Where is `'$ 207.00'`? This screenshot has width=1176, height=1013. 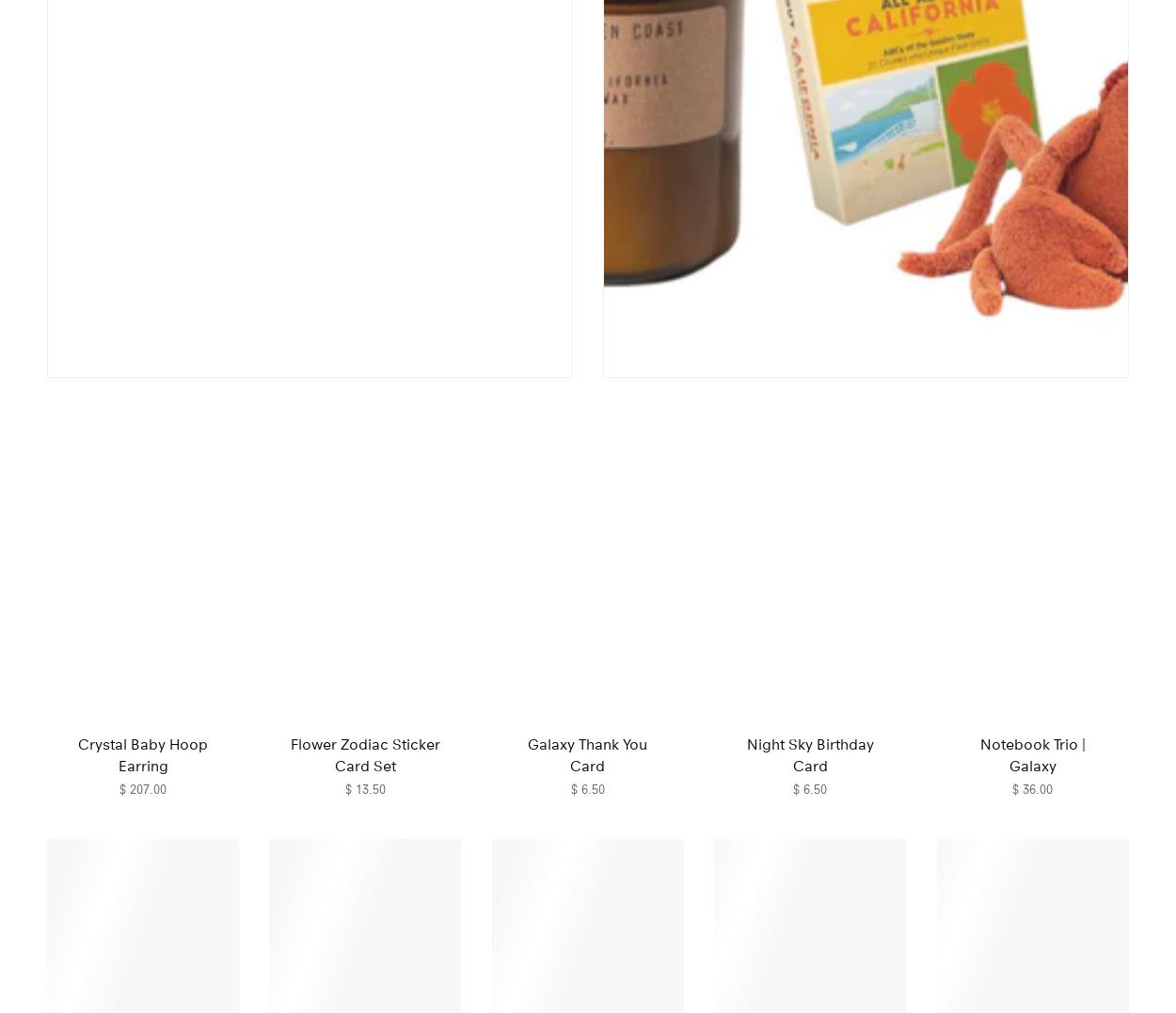 '$ 207.00' is located at coordinates (143, 787).